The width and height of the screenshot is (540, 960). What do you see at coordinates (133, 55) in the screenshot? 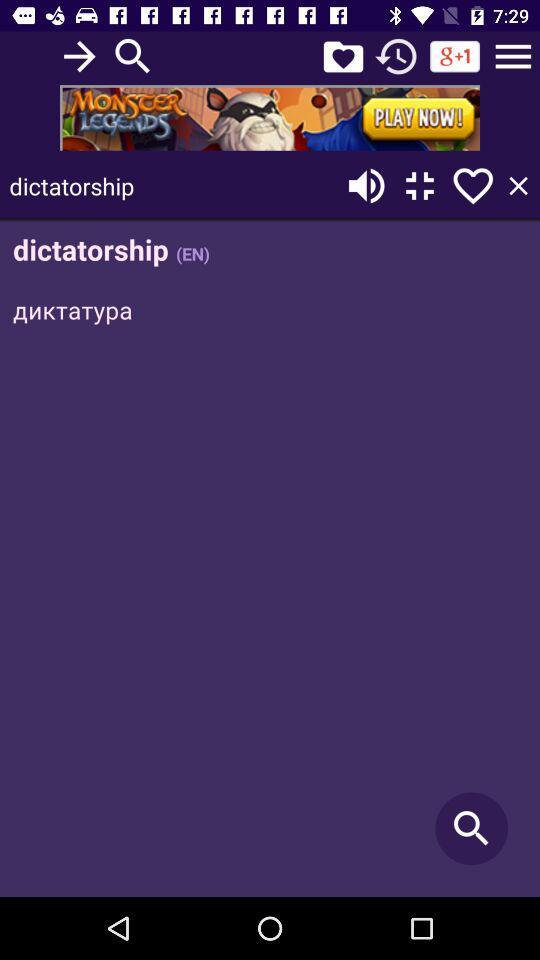
I see `search your query` at bounding box center [133, 55].